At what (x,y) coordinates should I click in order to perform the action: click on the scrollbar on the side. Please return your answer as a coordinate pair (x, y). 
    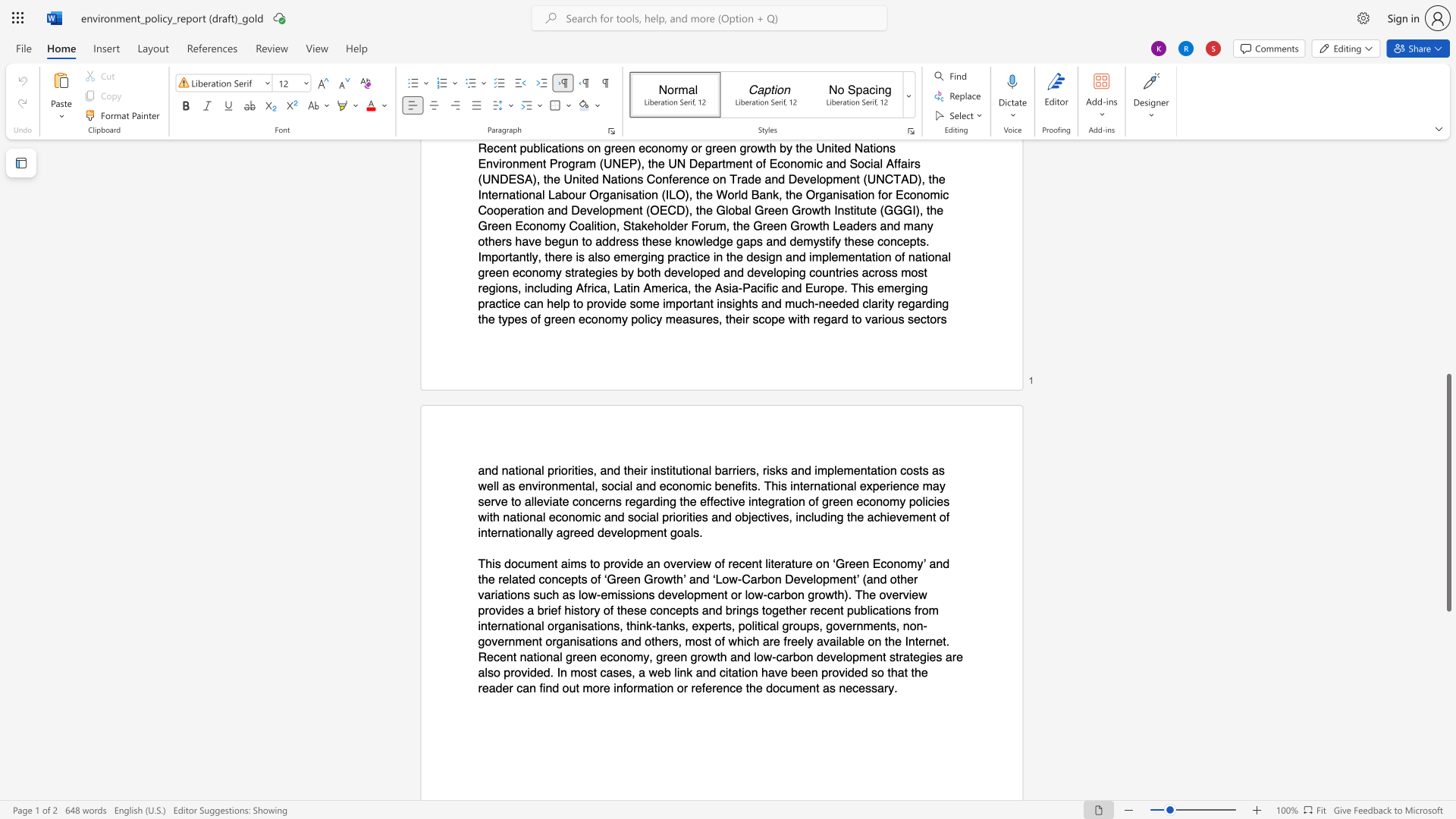
    Looking at the image, I should click on (1448, 341).